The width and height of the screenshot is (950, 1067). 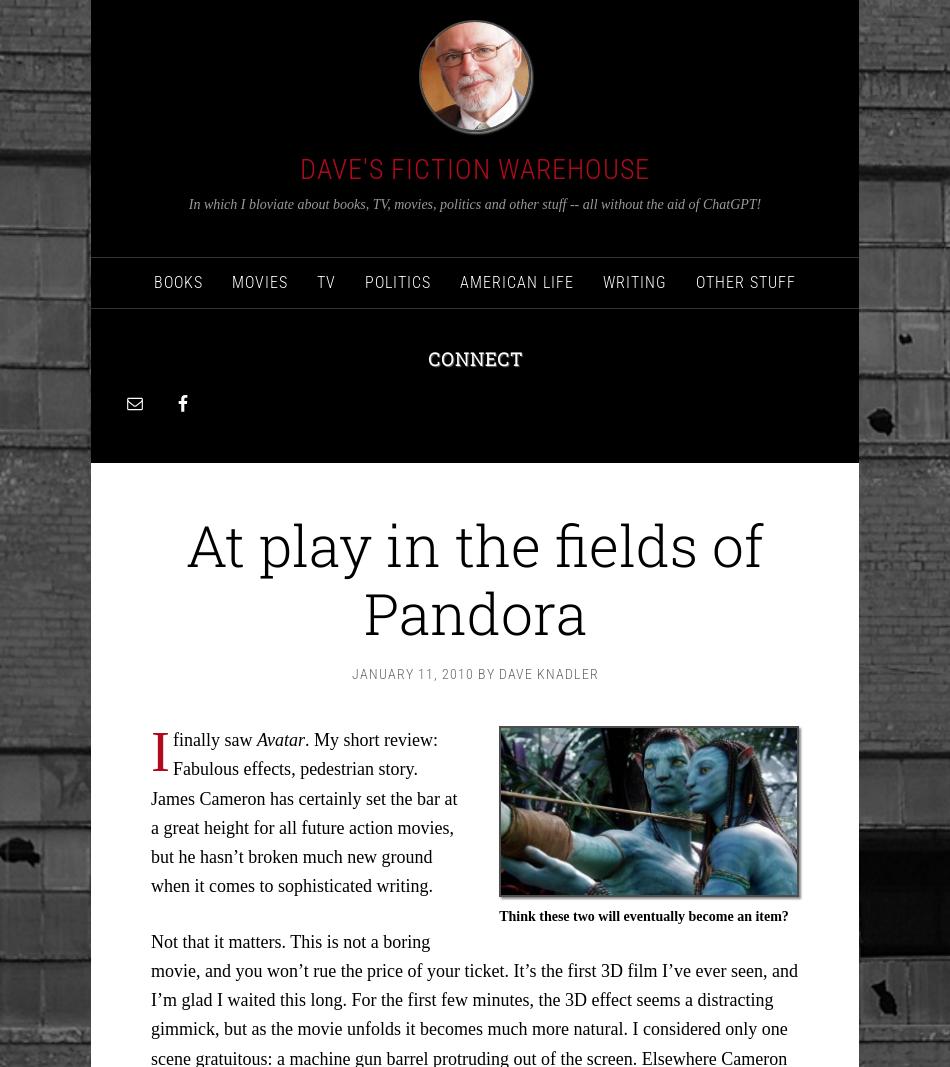 I want to click on 'In which I bloviate about books, TV, movies, politics and other stuff -- all without the aid of  ChatGPT!', so click(x=473, y=204).